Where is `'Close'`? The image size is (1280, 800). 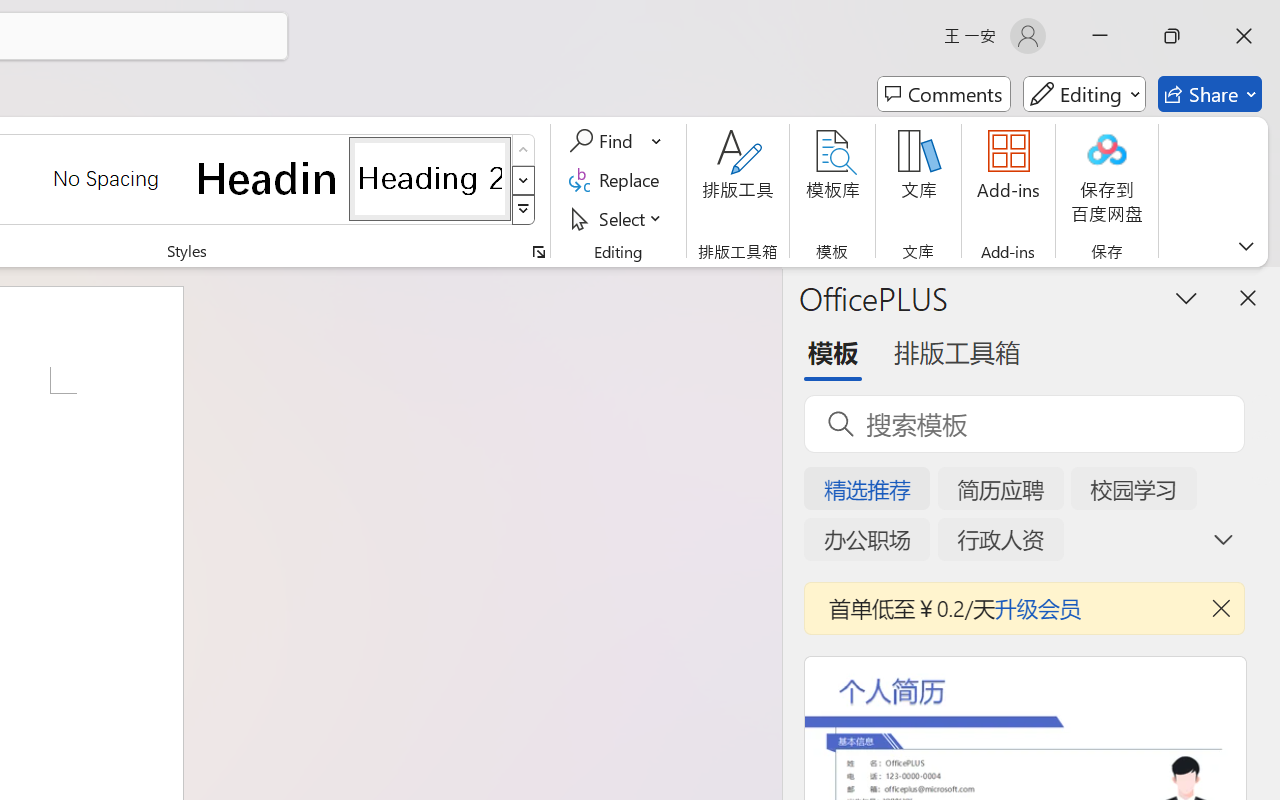
'Close' is located at coordinates (1243, 35).